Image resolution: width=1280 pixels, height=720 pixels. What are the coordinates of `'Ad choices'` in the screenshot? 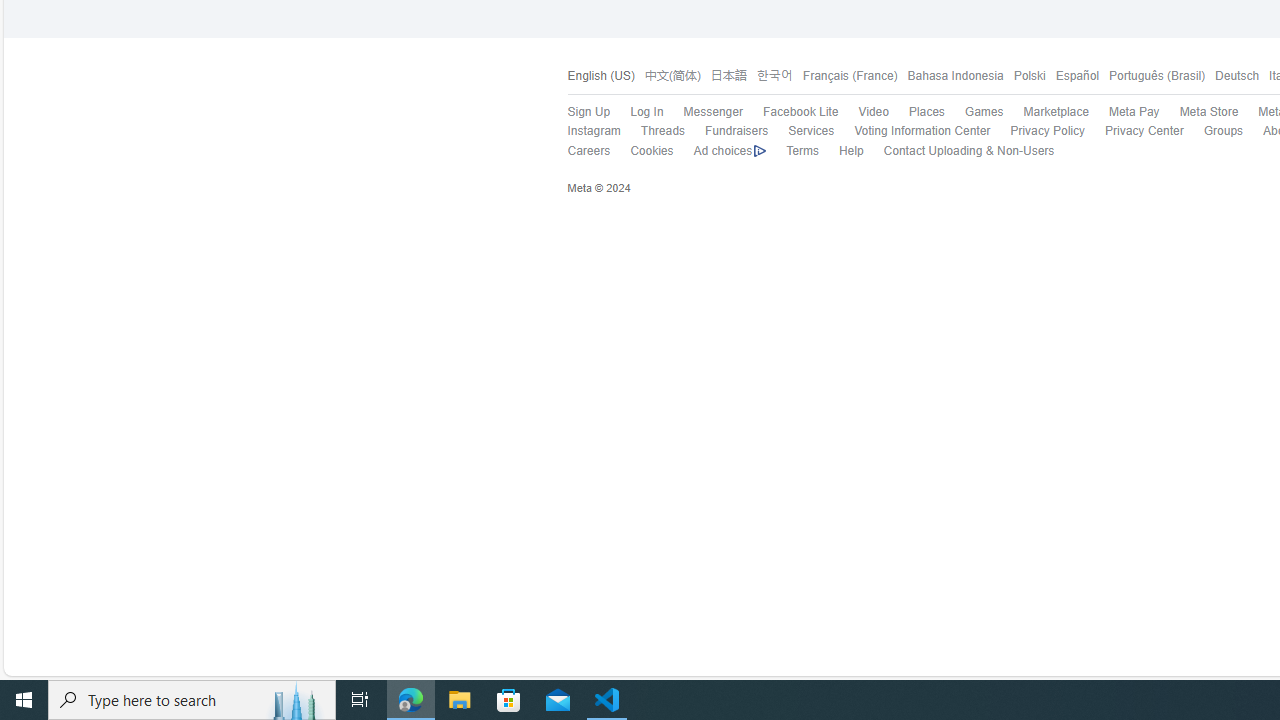 It's located at (720, 150).